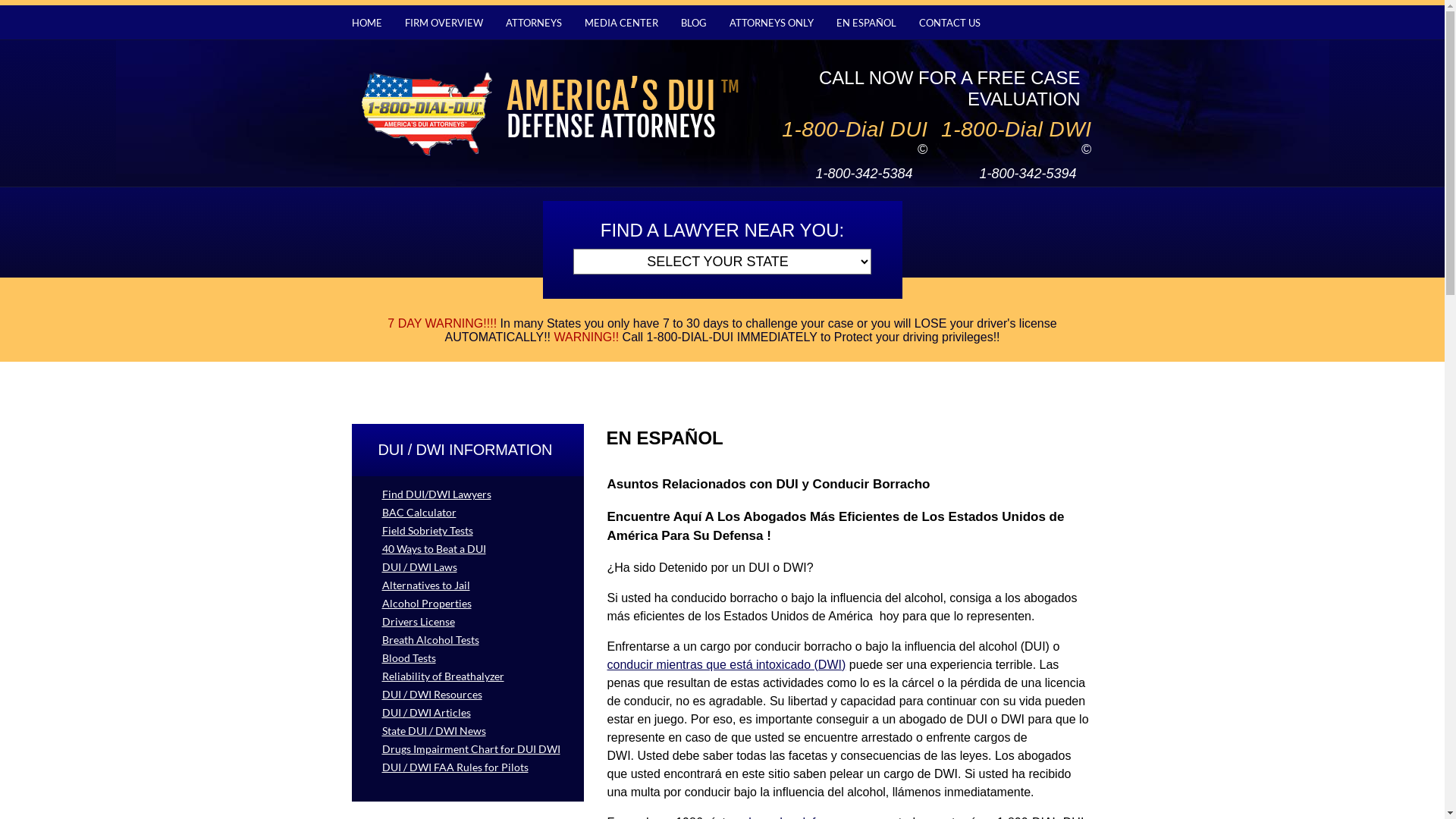 The height and width of the screenshot is (819, 1456). Describe the element at coordinates (351, 712) in the screenshot. I see `'DUI / DWI Articles'` at that location.